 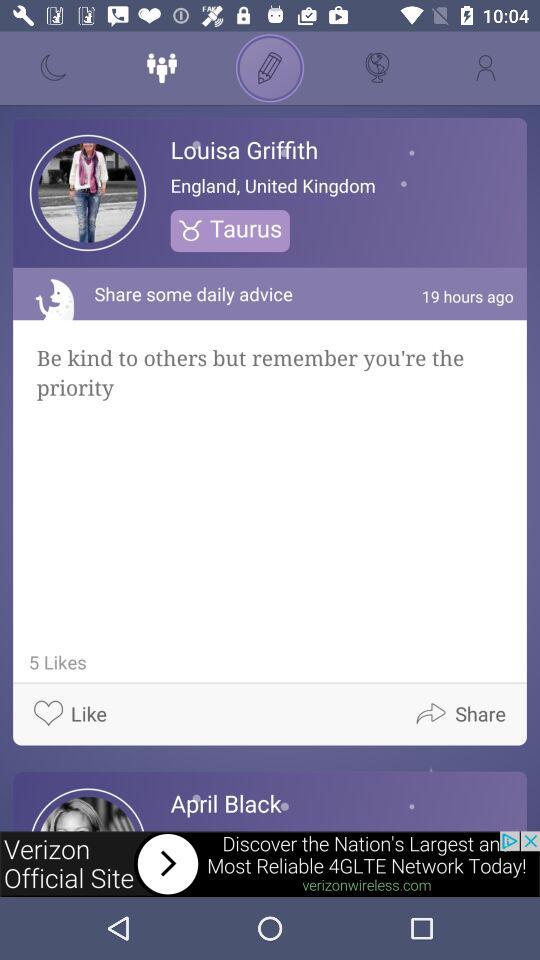 I want to click on 5likes above like, so click(x=54, y=662).